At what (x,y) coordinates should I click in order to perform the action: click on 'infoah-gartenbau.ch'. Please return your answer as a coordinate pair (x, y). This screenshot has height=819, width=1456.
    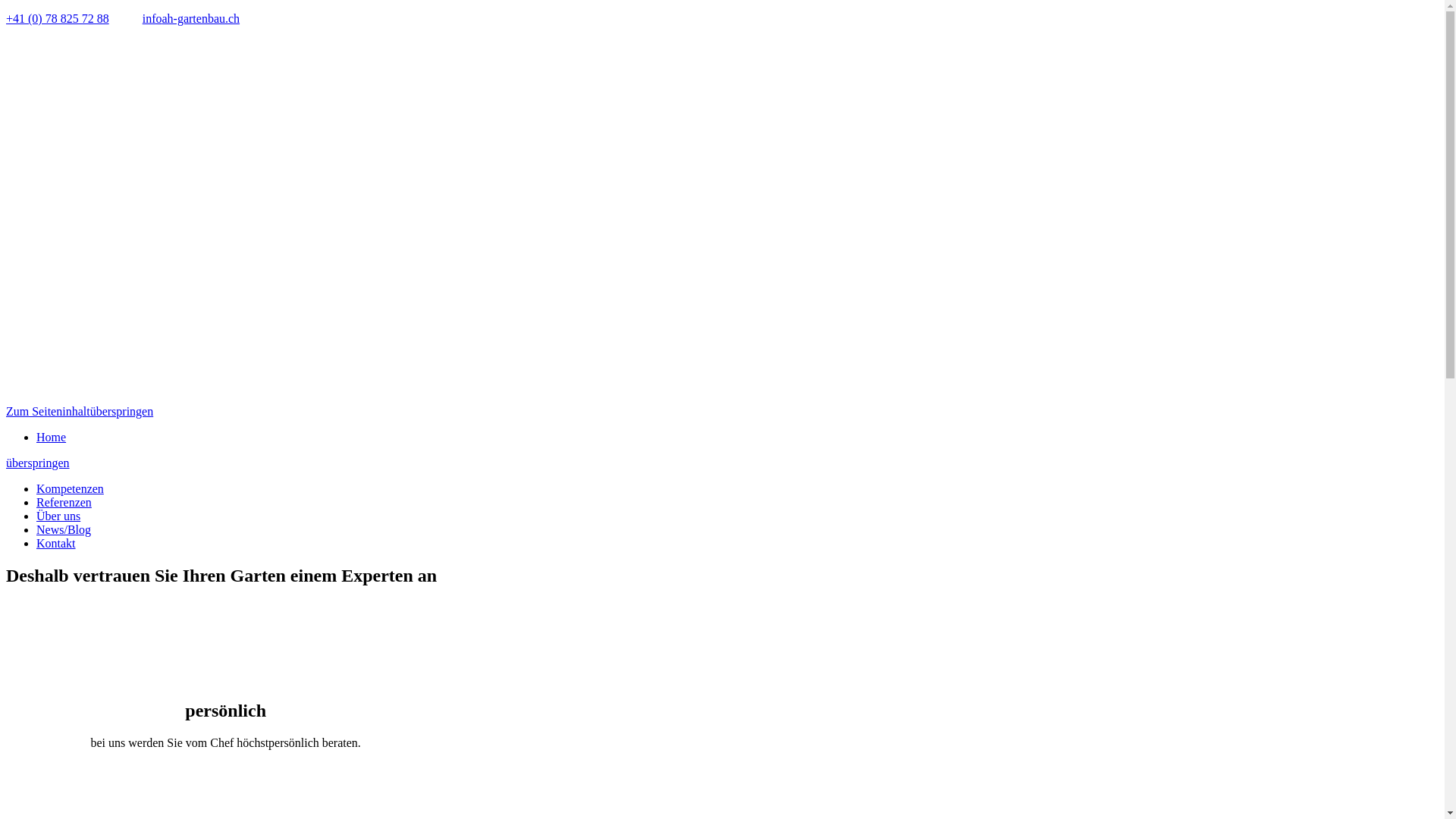
    Looking at the image, I should click on (190, 18).